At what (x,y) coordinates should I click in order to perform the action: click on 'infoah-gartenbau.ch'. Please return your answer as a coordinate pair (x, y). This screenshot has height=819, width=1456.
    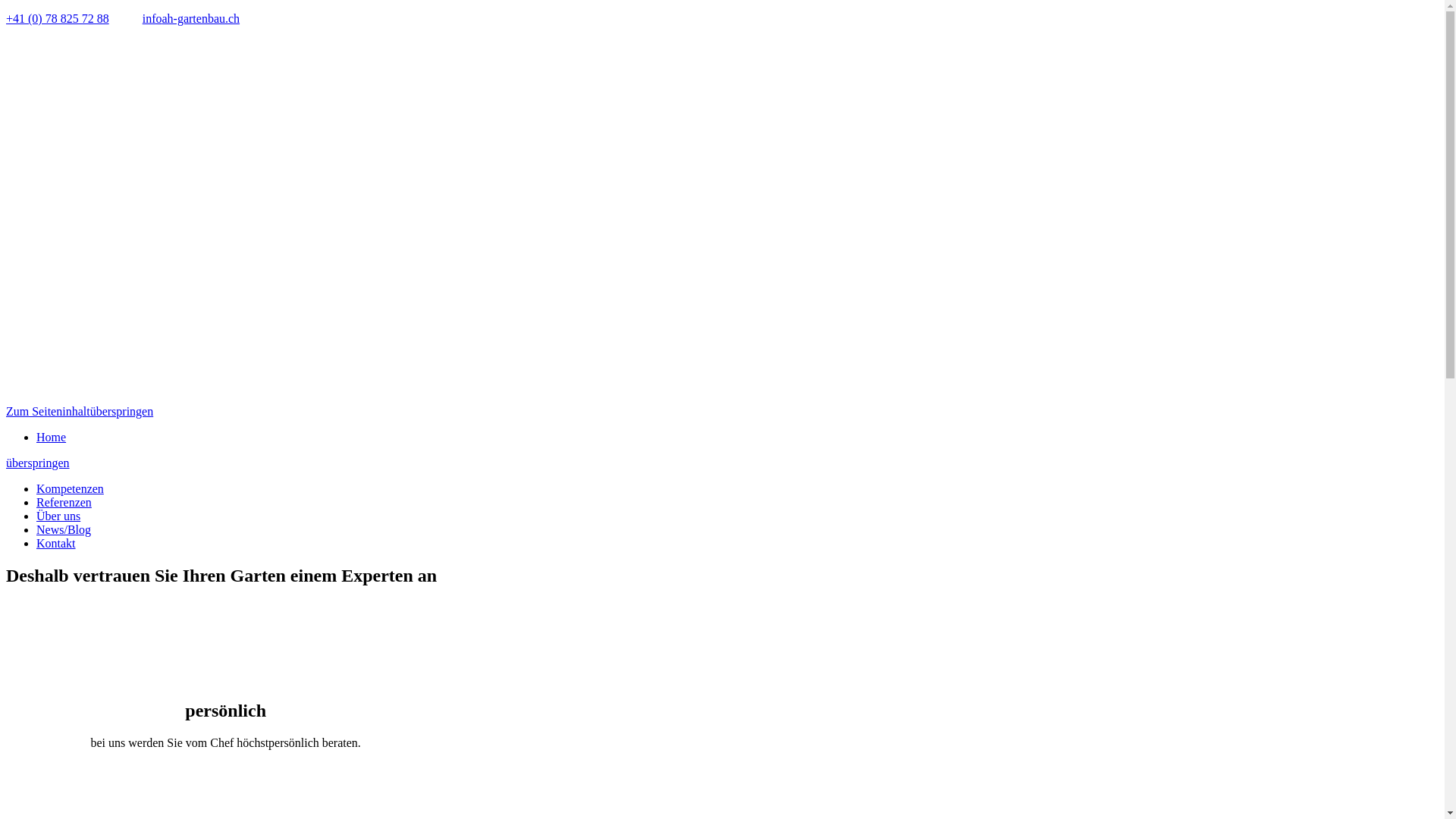
    Looking at the image, I should click on (190, 18).